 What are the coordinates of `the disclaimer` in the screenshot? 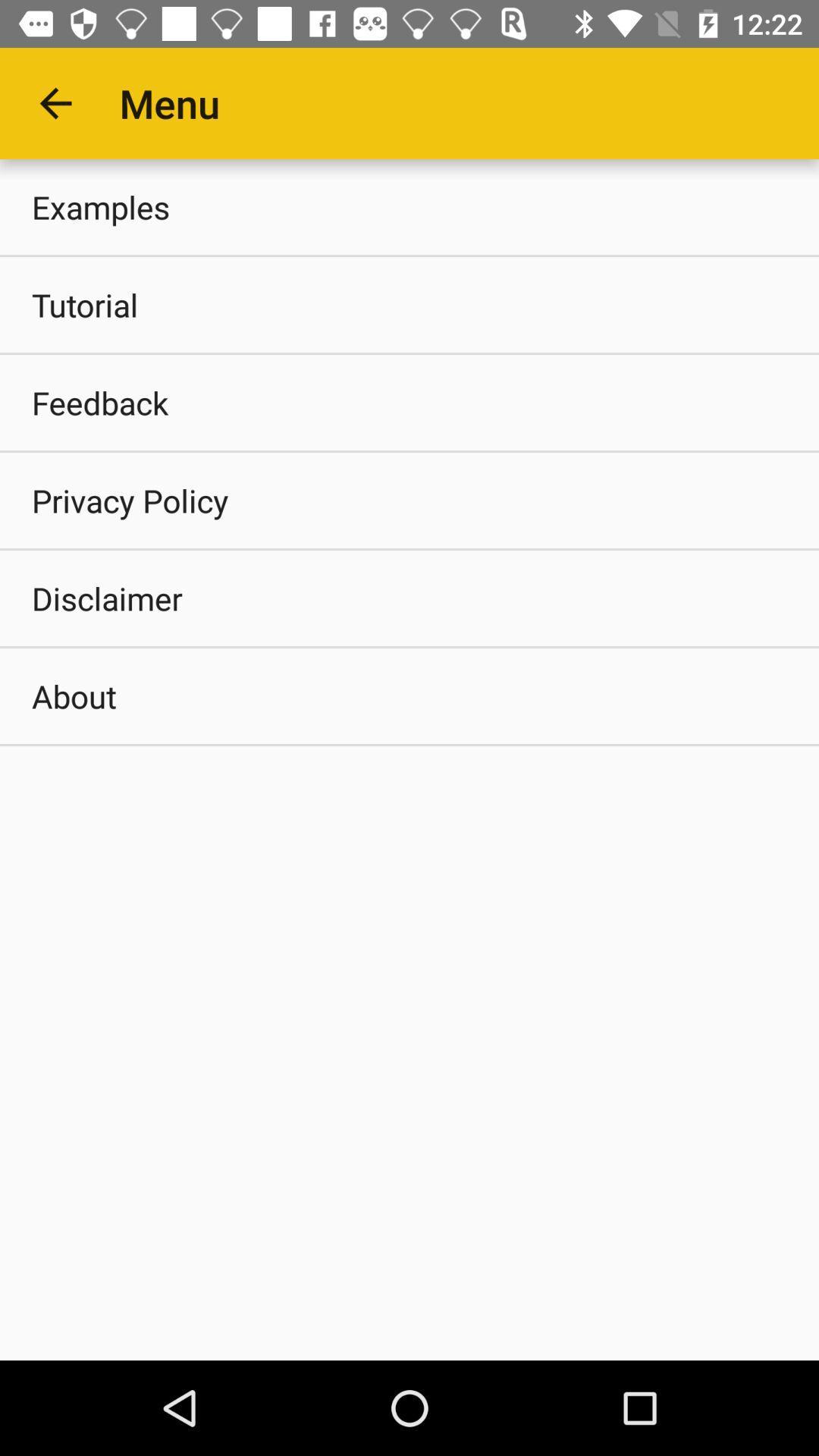 It's located at (409, 597).